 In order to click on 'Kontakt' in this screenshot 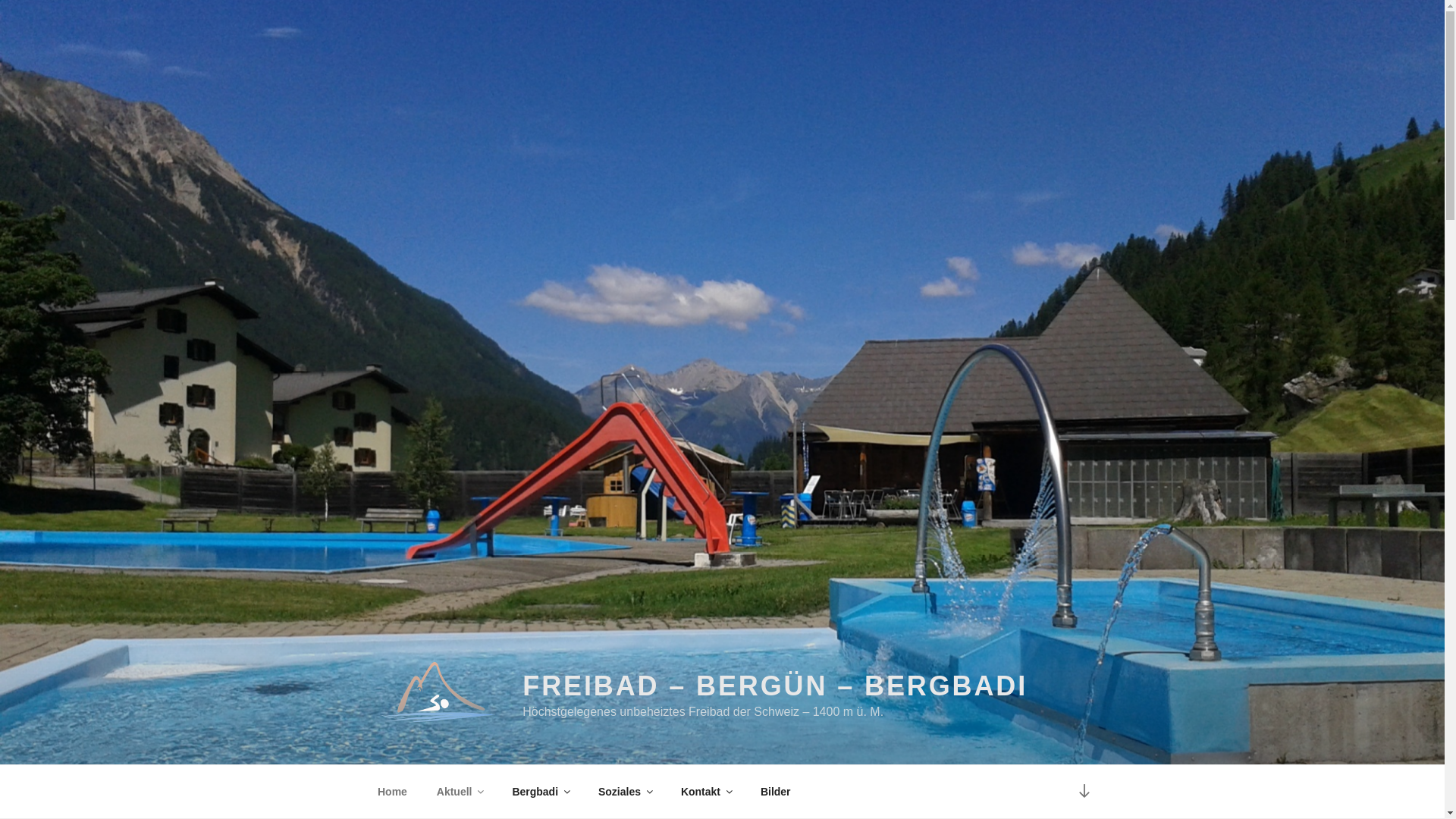, I will do `click(704, 791)`.